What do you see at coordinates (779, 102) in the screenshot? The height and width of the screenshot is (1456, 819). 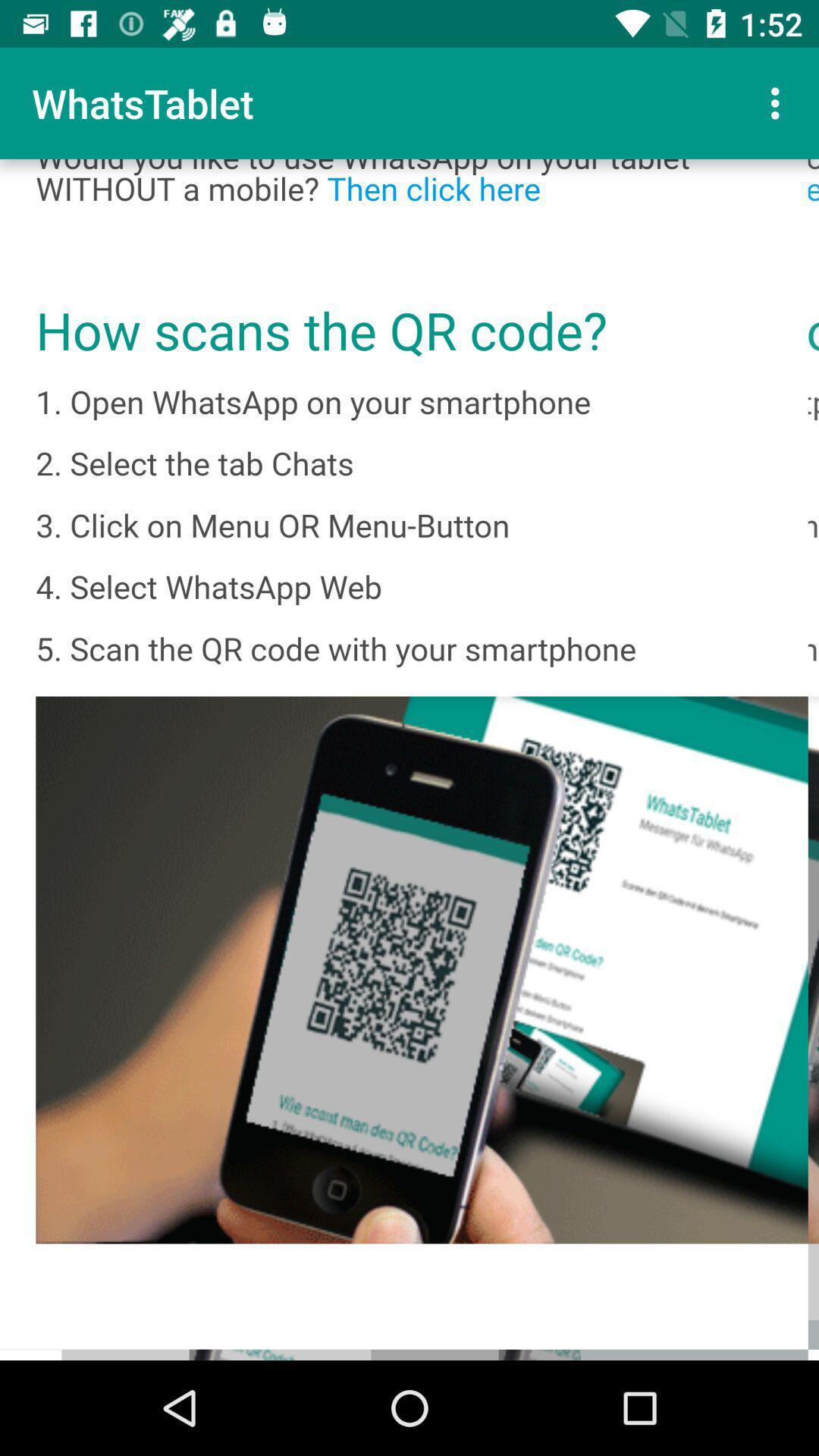 I see `the item at the top right corner` at bounding box center [779, 102].